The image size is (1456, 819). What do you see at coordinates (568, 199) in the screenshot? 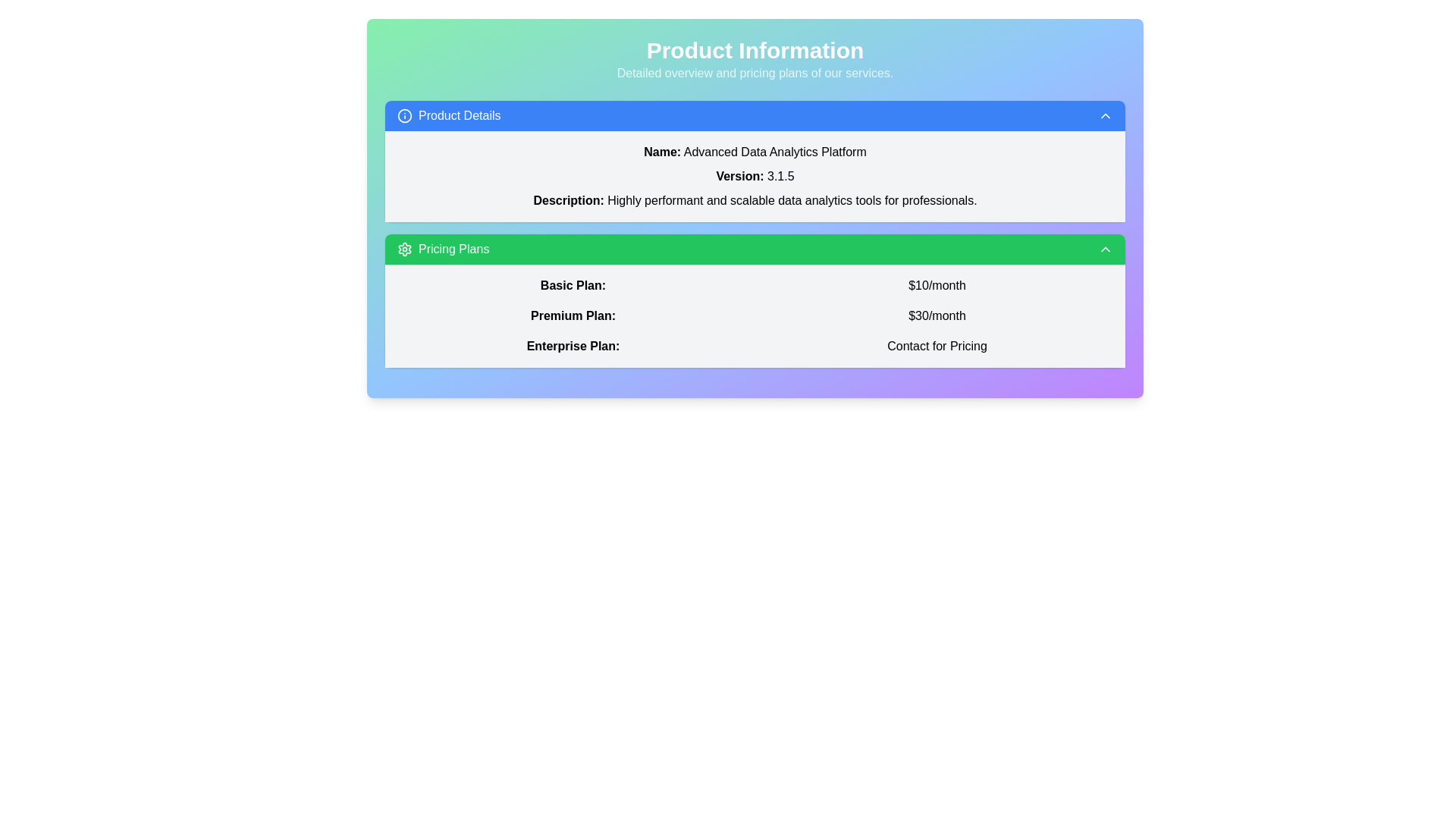
I see `the textual label that reads 'Description:' which is located in the 'Product Details' section, aligned to the left of the product description text` at bounding box center [568, 199].